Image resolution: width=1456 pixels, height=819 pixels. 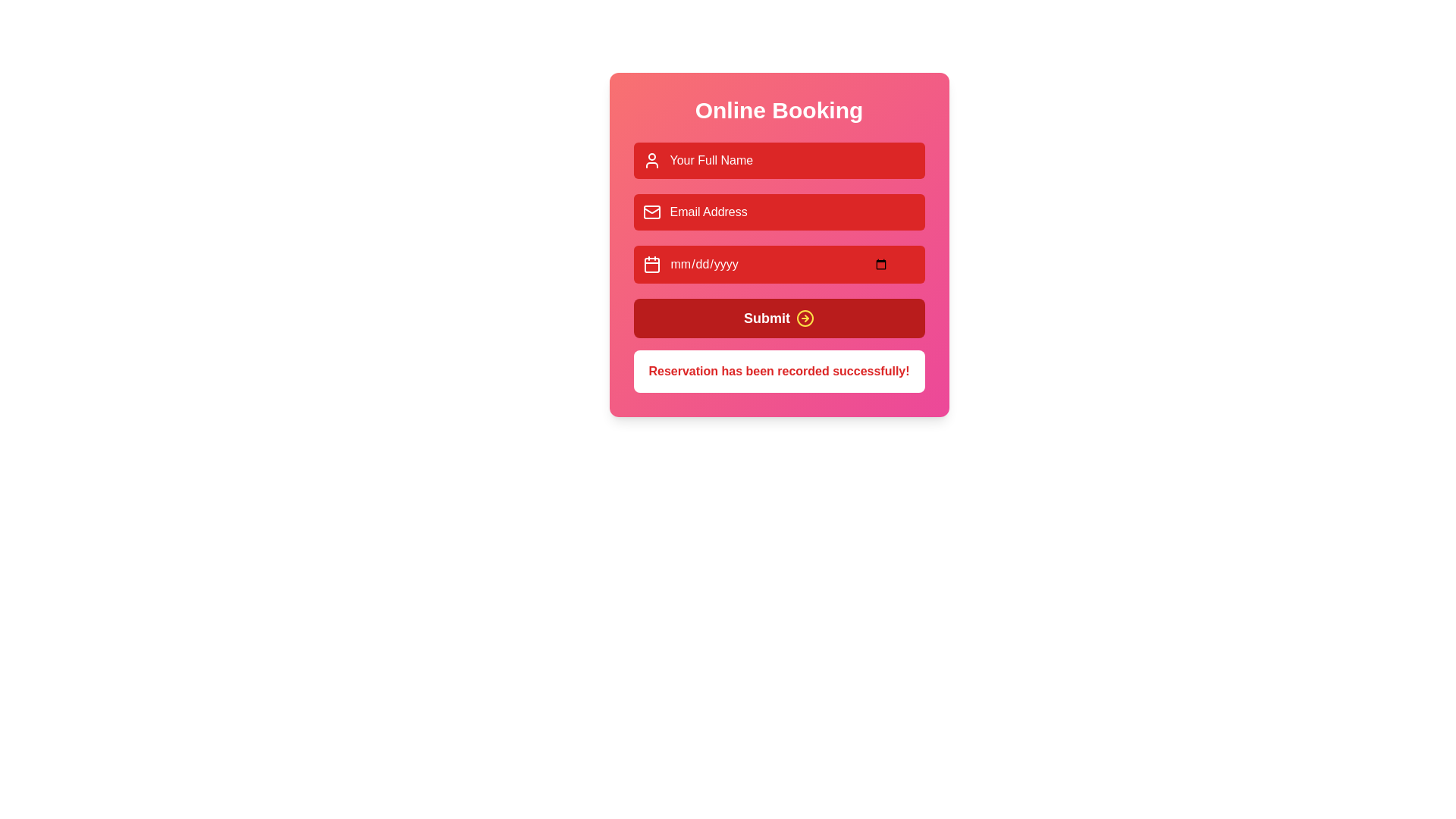 What do you see at coordinates (779, 161) in the screenshot?
I see `the full name input field in the booking form to focus on it` at bounding box center [779, 161].